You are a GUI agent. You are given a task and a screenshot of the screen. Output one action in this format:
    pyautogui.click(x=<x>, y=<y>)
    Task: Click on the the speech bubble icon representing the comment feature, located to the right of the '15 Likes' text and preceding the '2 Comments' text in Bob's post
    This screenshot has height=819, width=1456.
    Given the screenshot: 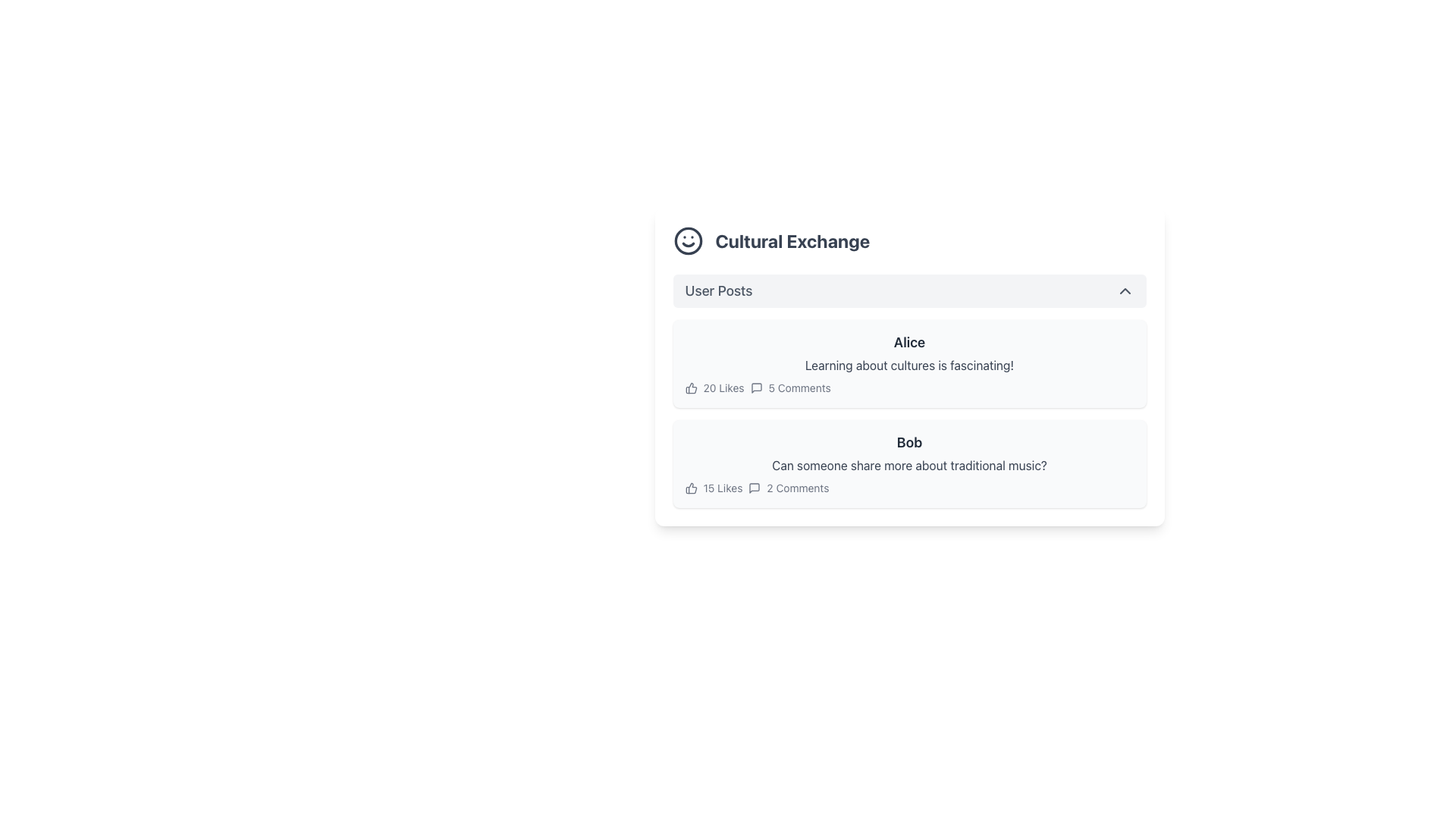 What is the action you would take?
    pyautogui.click(x=755, y=488)
    